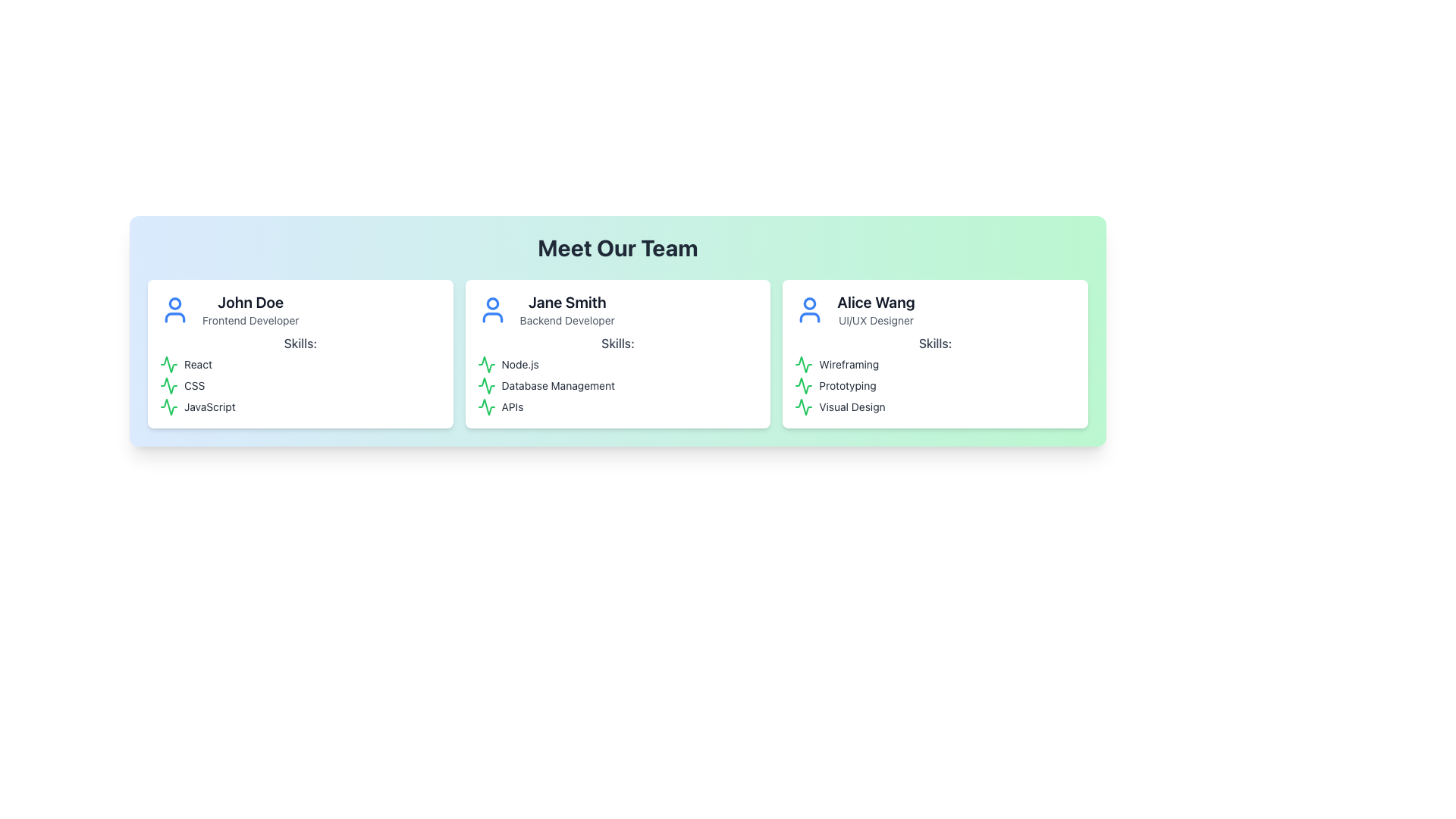  What do you see at coordinates (486, 365) in the screenshot?
I see `the skill icon associated with 'Node.js' in Jane Smith's profile under the skills section of the 'Meet Our Team' interface` at bounding box center [486, 365].